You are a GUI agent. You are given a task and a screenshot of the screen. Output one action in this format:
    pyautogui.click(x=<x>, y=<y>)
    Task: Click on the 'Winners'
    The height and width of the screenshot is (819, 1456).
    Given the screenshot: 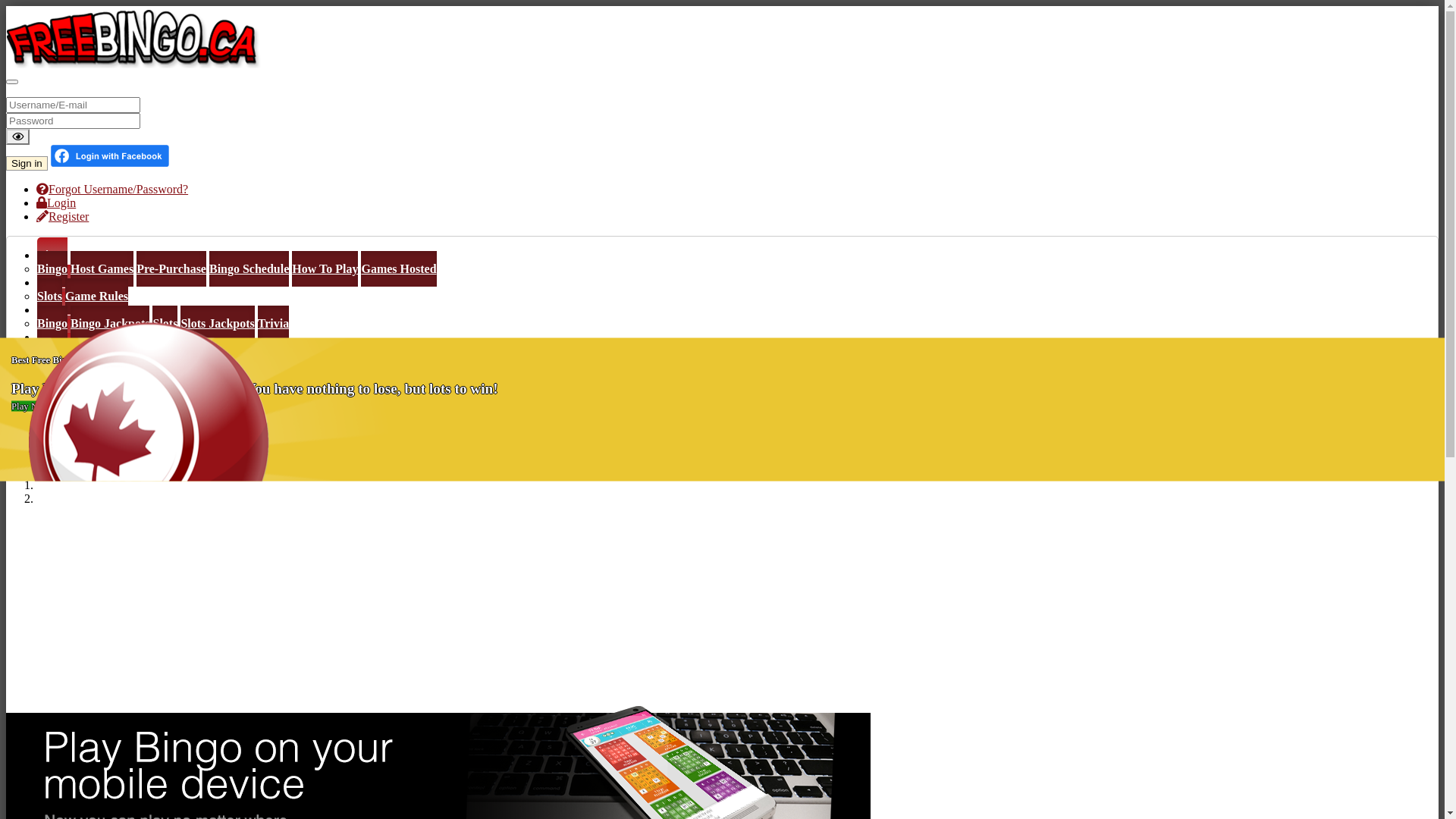 What is the action you would take?
    pyautogui.click(x=59, y=309)
    